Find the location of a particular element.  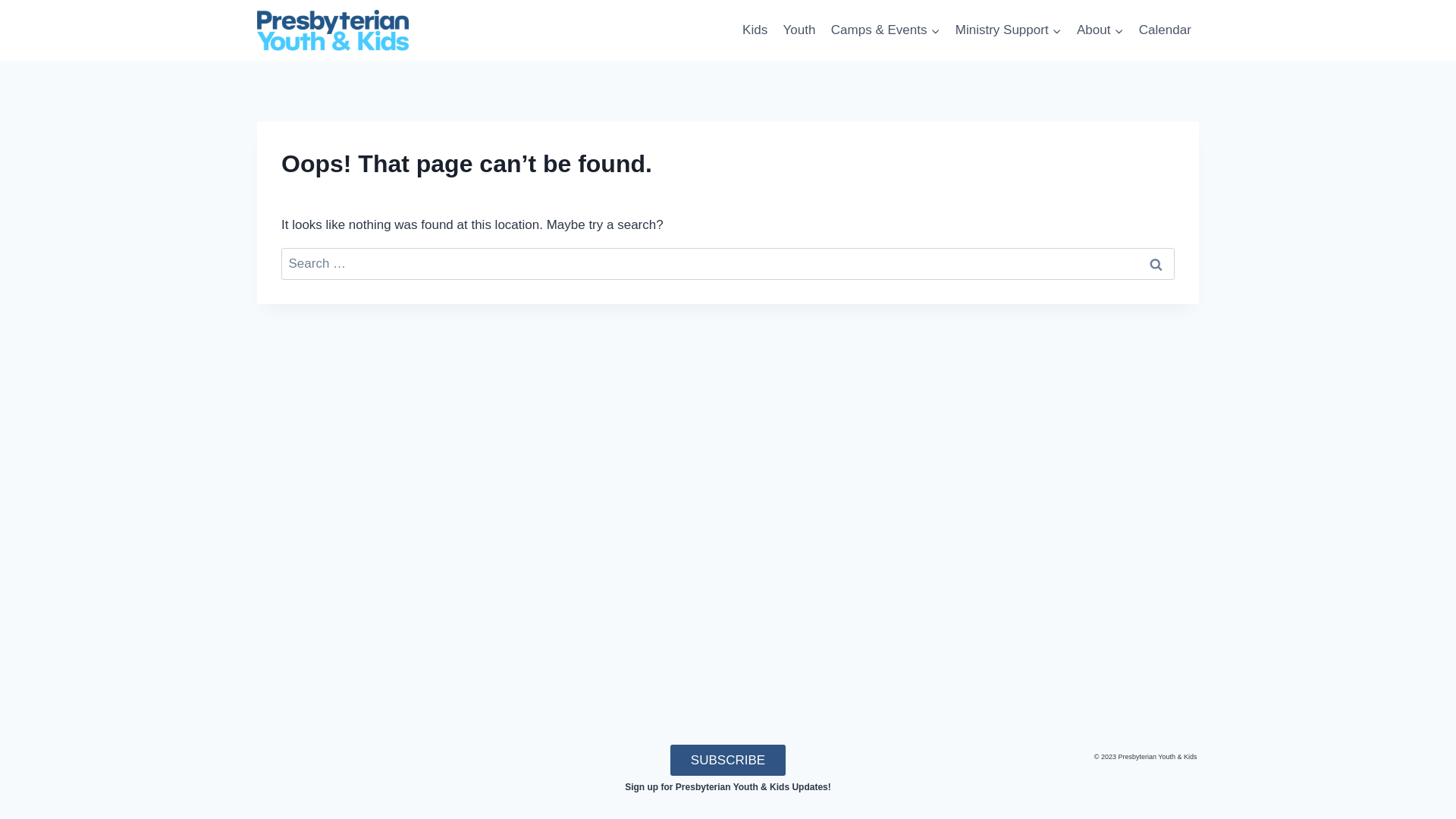

'Search' is located at coordinates (1154, 263).